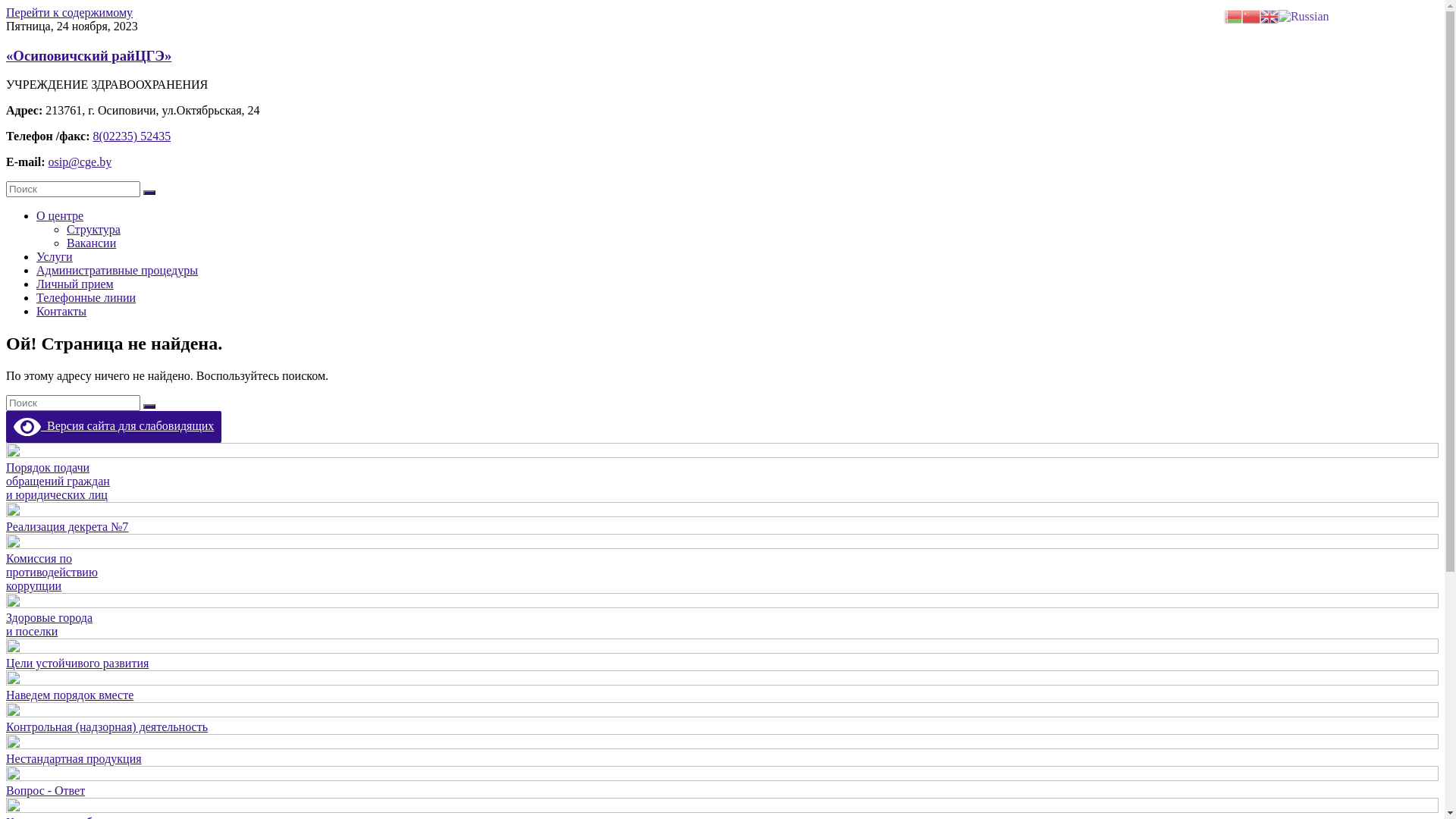 The width and height of the screenshot is (1456, 819). I want to click on 'Russian', so click(1303, 15).